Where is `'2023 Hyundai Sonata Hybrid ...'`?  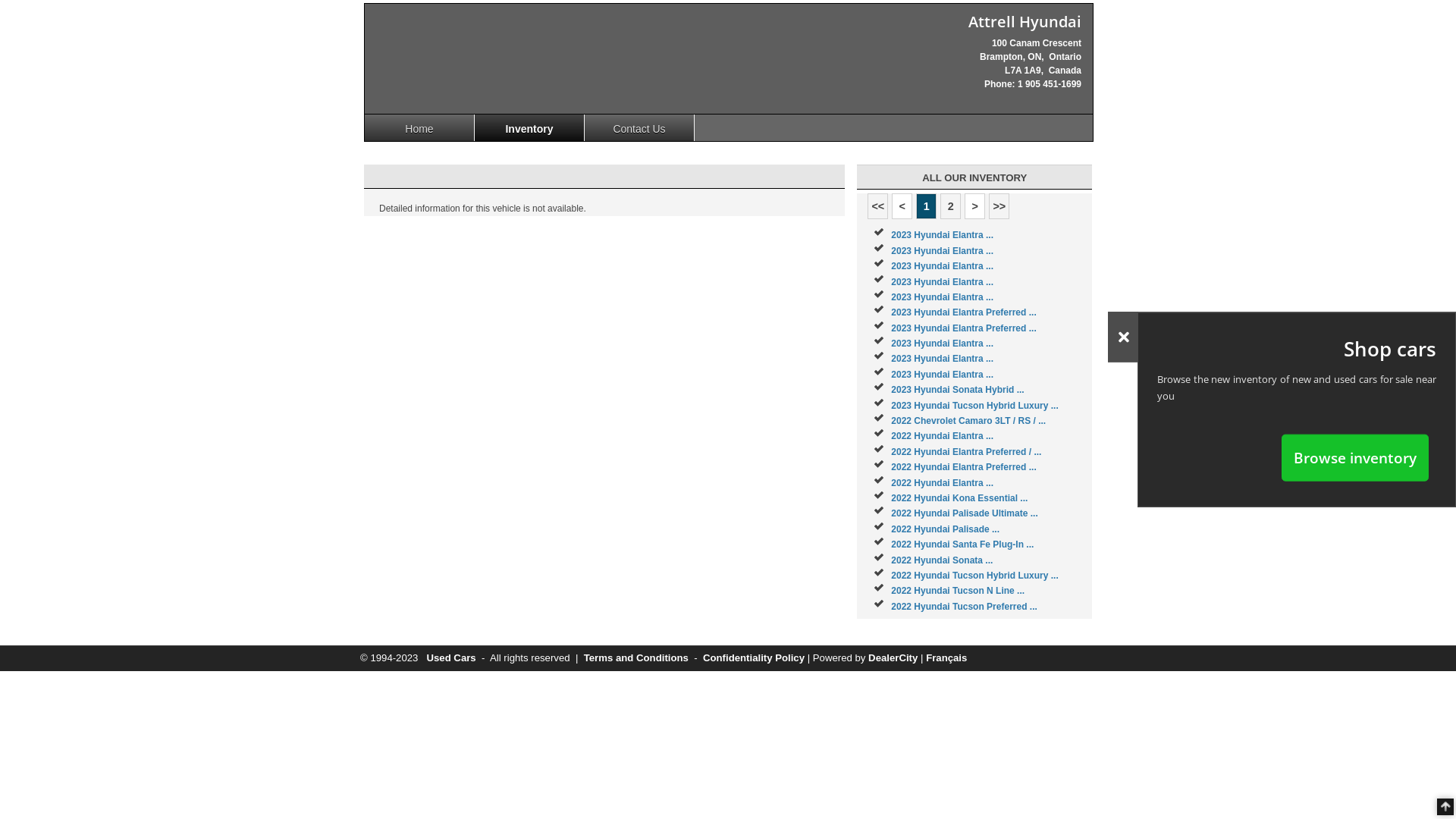 '2023 Hyundai Sonata Hybrid ...' is located at coordinates (956, 388).